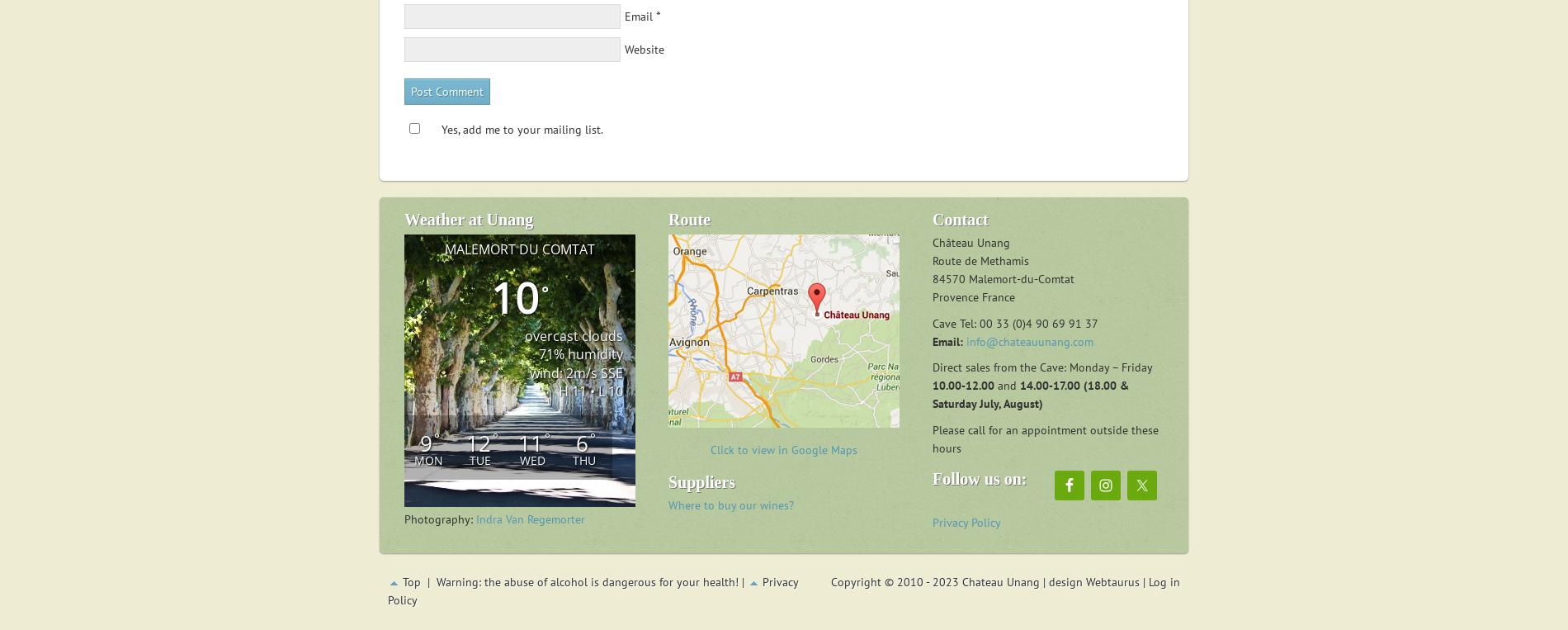 The height and width of the screenshot is (630, 1568). I want to click on '10', so click(491, 296).